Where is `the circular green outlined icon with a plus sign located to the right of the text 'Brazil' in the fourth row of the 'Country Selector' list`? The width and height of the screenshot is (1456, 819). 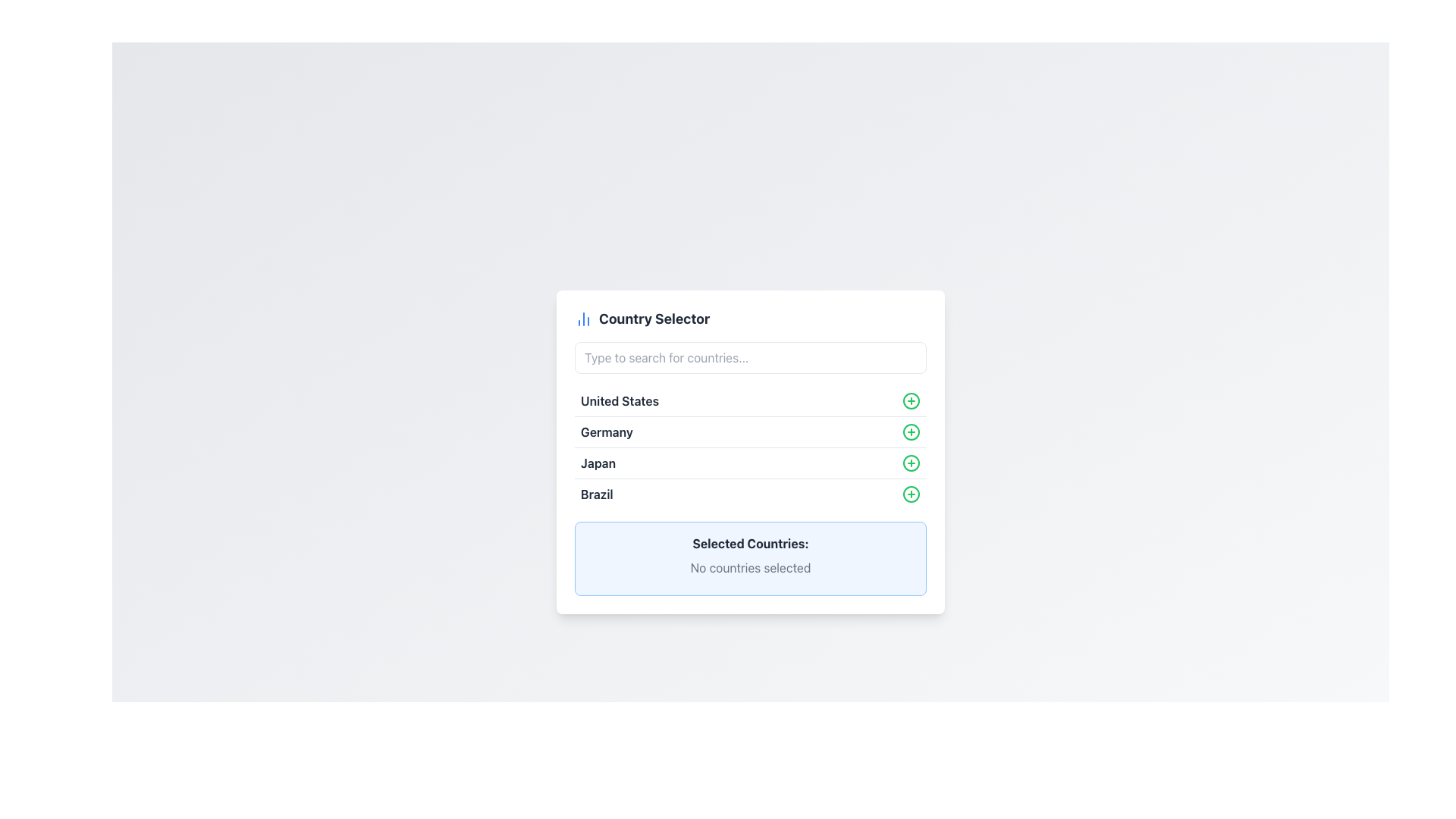
the circular green outlined icon with a plus sign located to the right of the text 'Brazil' in the fourth row of the 'Country Selector' list is located at coordinates (910, 494).